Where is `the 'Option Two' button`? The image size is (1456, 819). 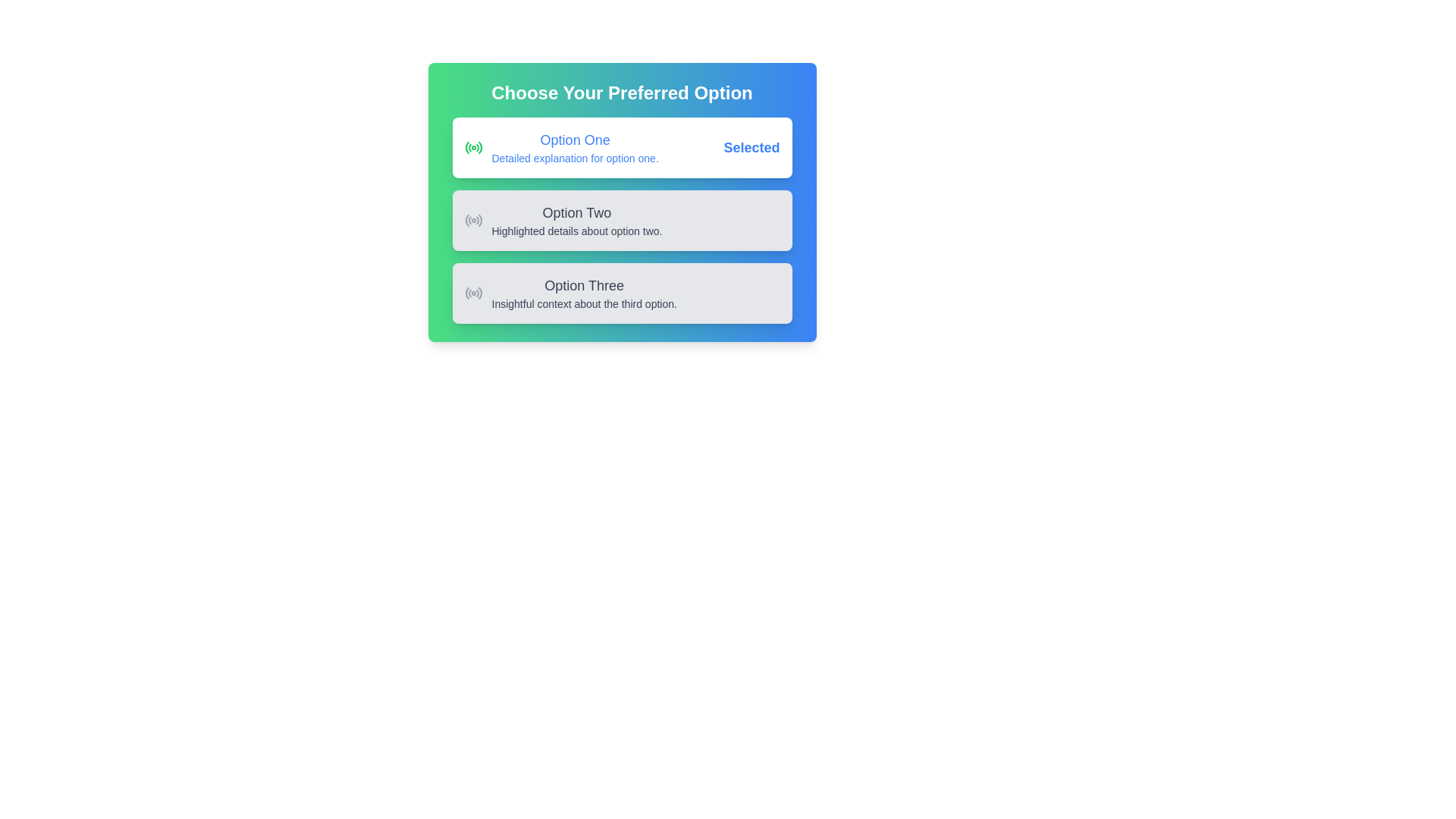
the 'Option Two' button is located at coordinates (622, 220).